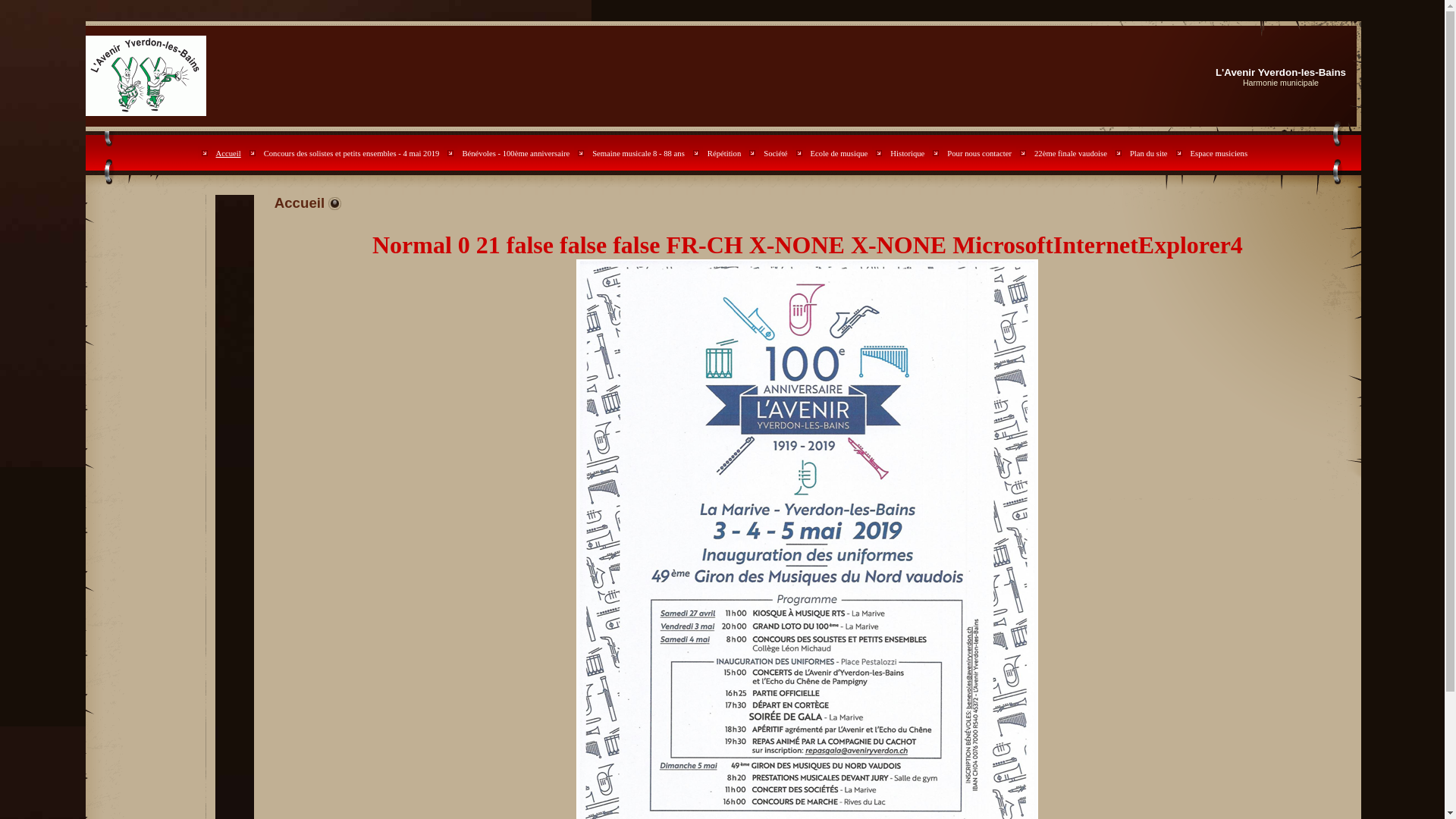 The width and height of the screenshot is (1456, 819). What do you see at coordinates (979, 152) in the screenshot?
I see `'Pour nous contacter'` at bounding box center [979, 152].